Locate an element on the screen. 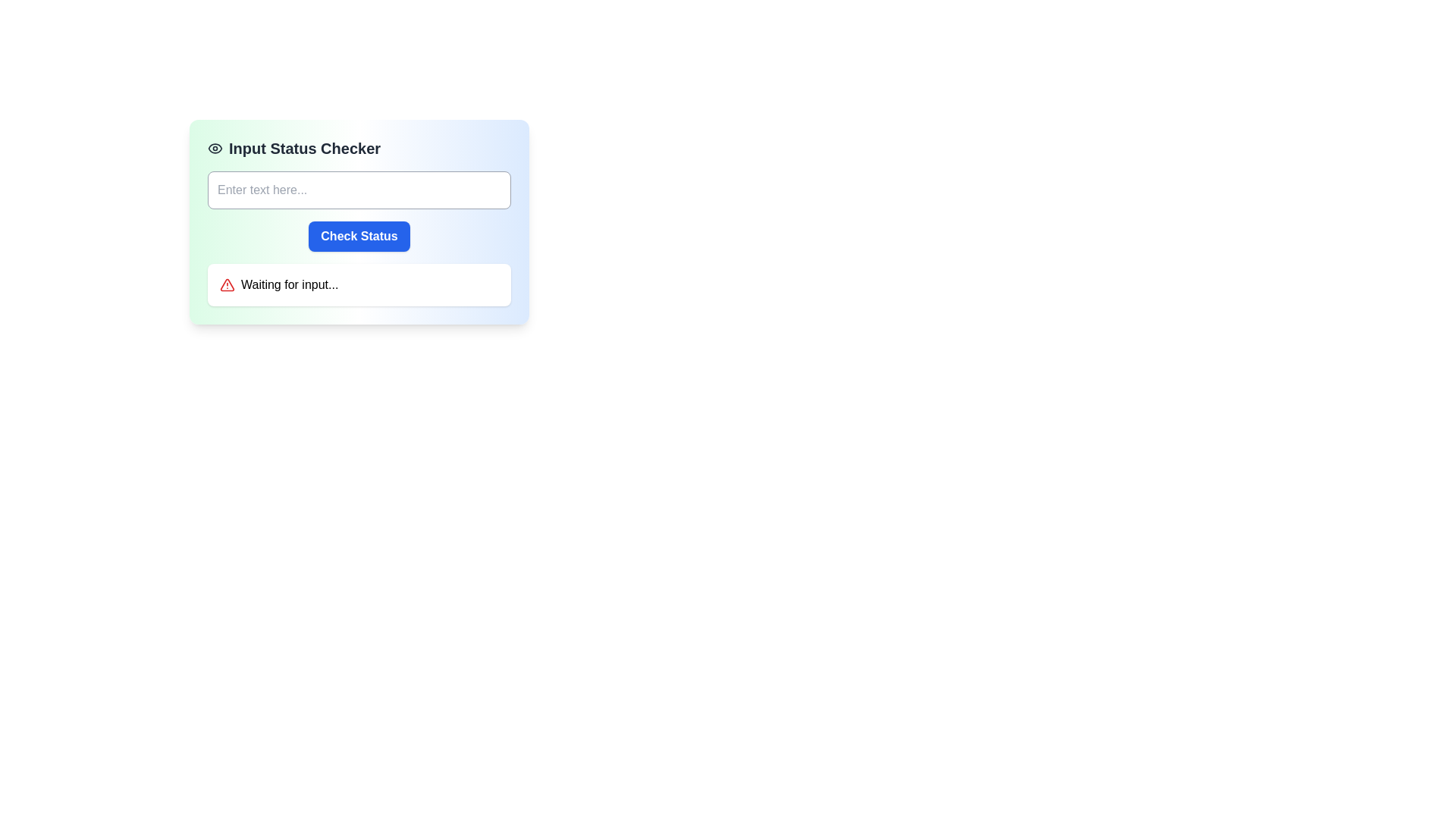  the prominent blue 'Check Status' button located on the 'Input Status Checker' panel is located at coordinates (359, 222).